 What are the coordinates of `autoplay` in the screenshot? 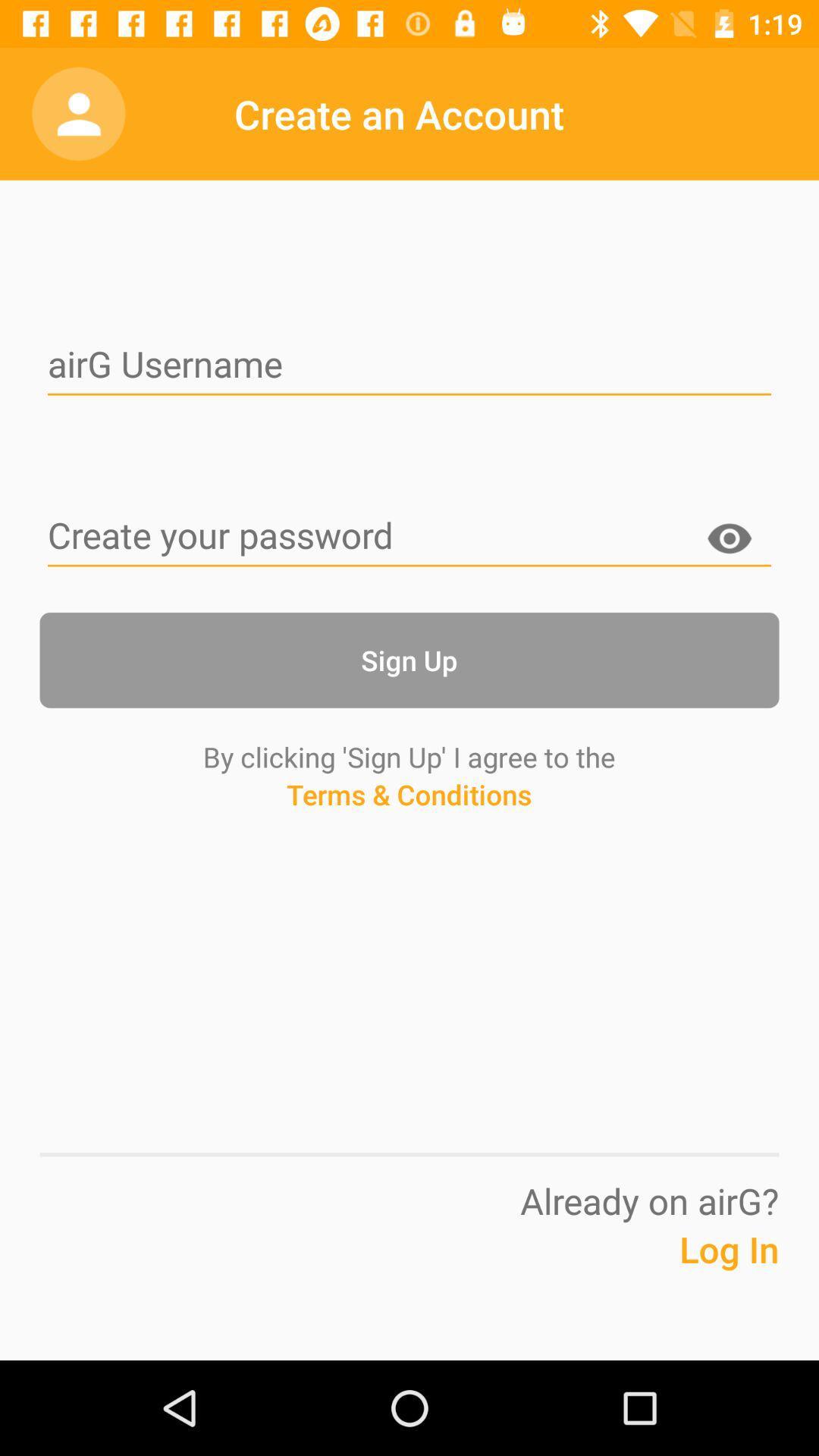 It's located at (409, 537).